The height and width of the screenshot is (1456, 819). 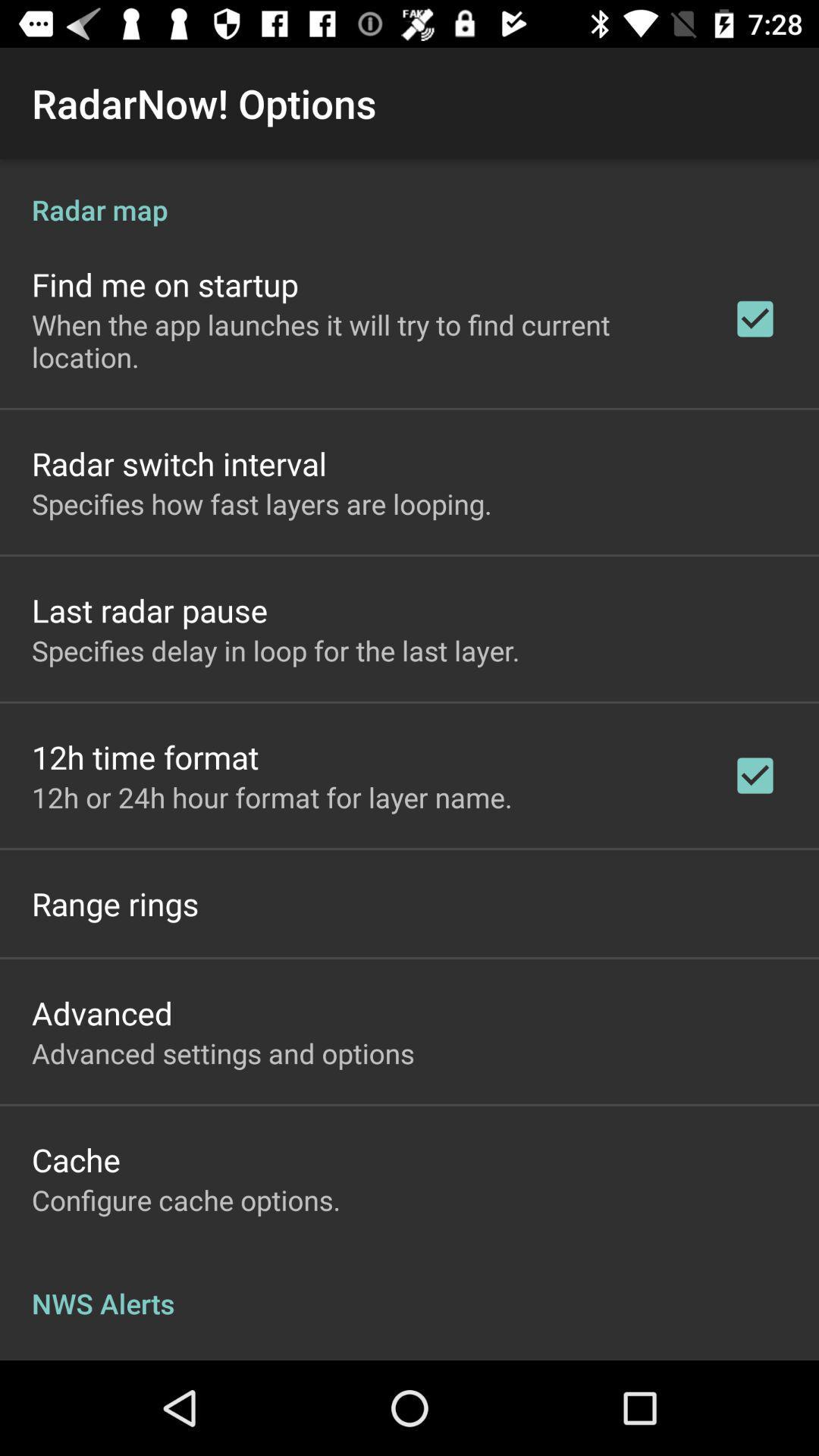 I want to click on icon below the find me on app, so click(x=362, y=340).